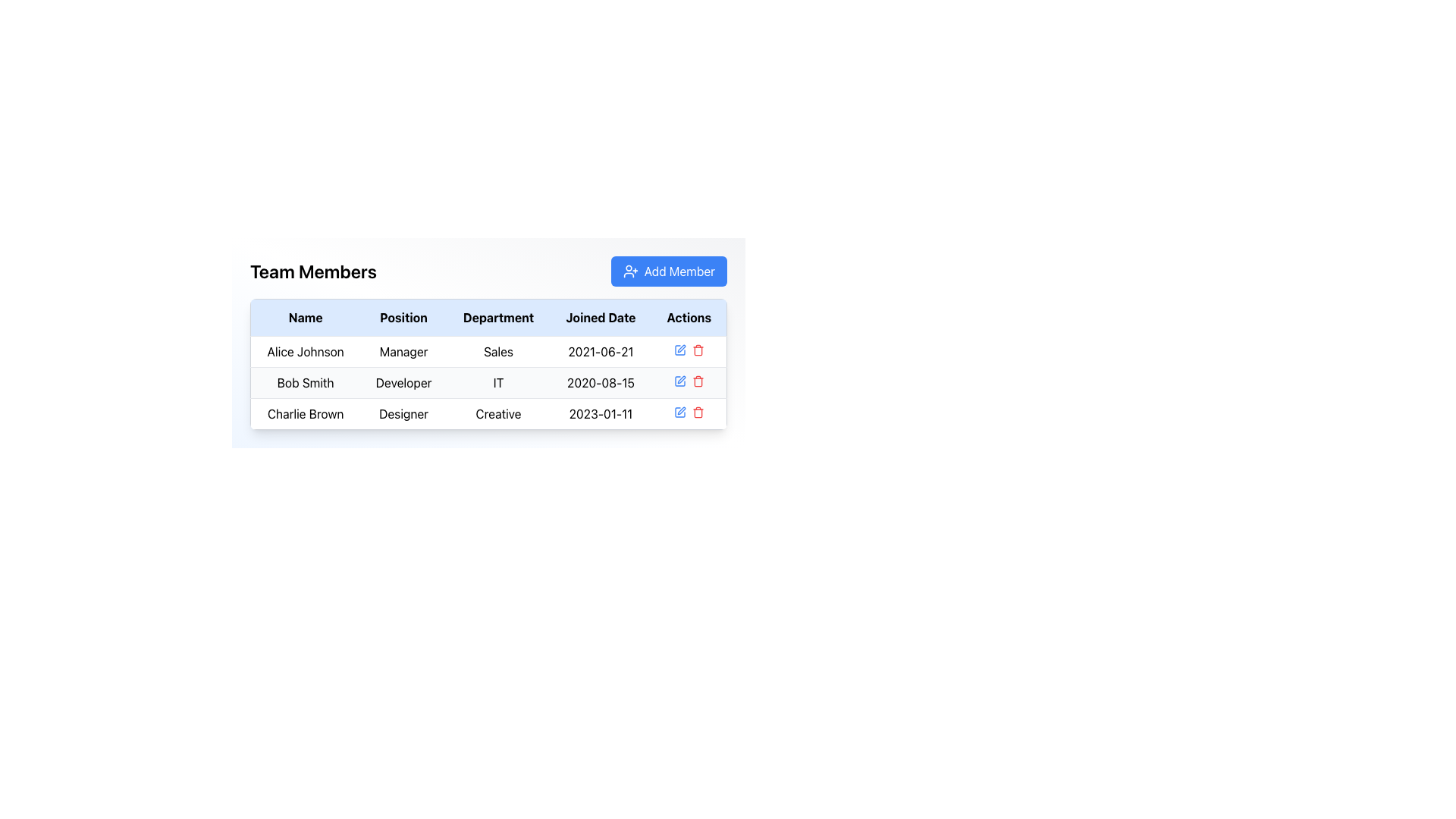 This screenshot has width=1456, height=819. What do you see at coordinates (498, 414) in the screenshot?
I see `the text label displaying 'Creative' in the 'Department' column for the row corresponding to 'Charlie Brown'` at bounding box center [498, 414].